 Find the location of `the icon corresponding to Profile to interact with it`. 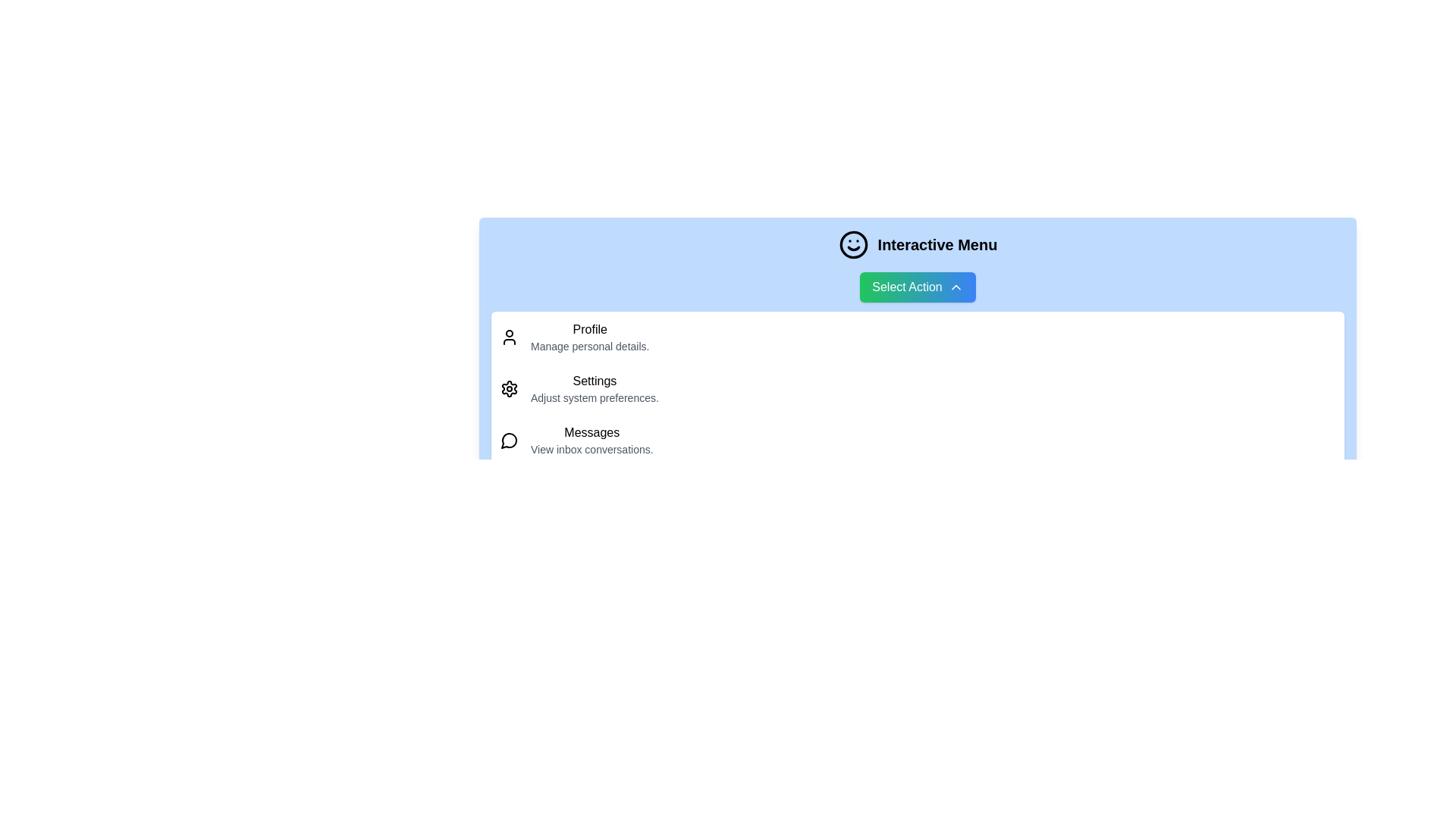

the icon corresponding to Profile to interact with it is located at coordinates (510, 336).